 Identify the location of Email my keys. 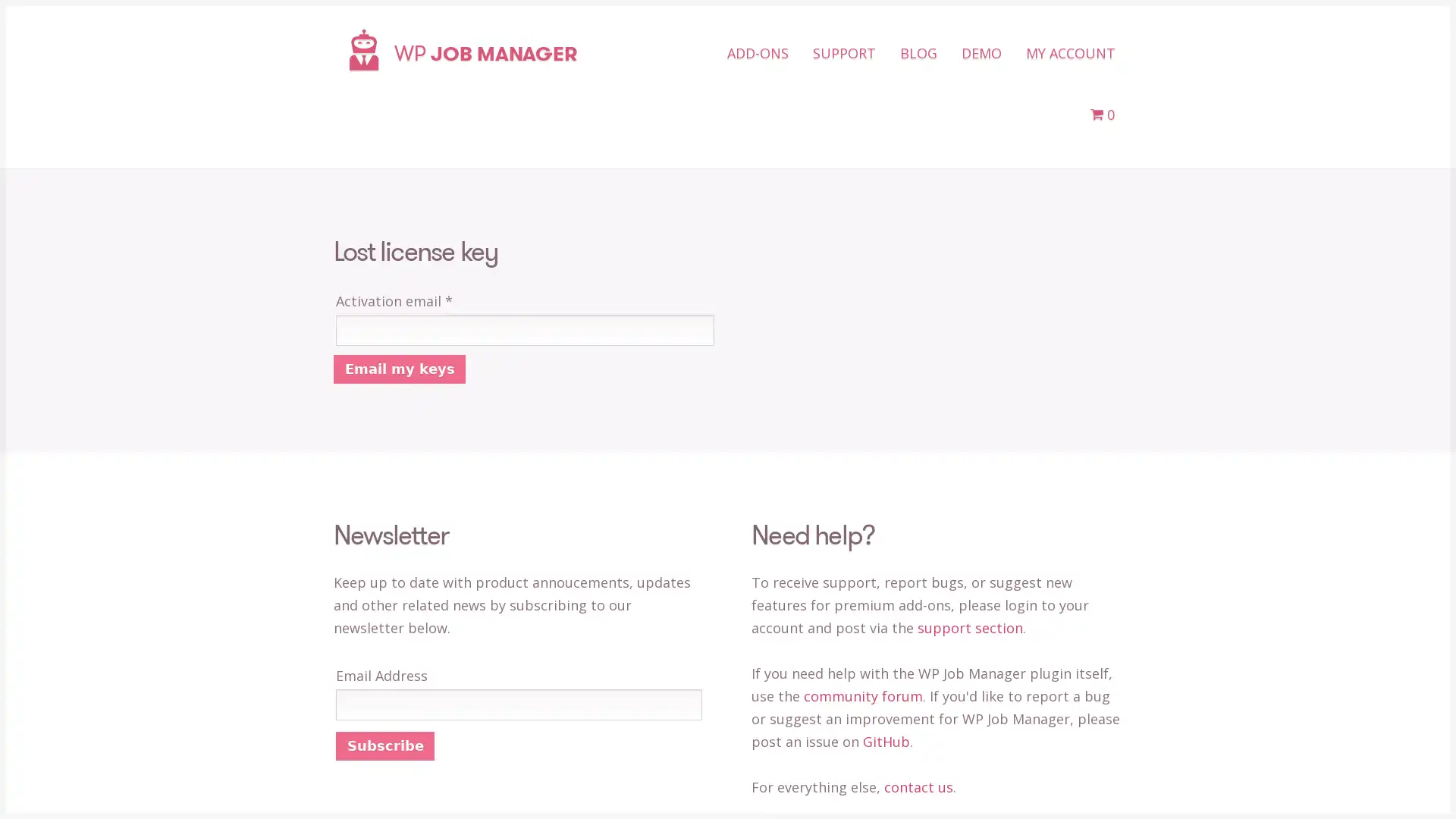
(400, 369).